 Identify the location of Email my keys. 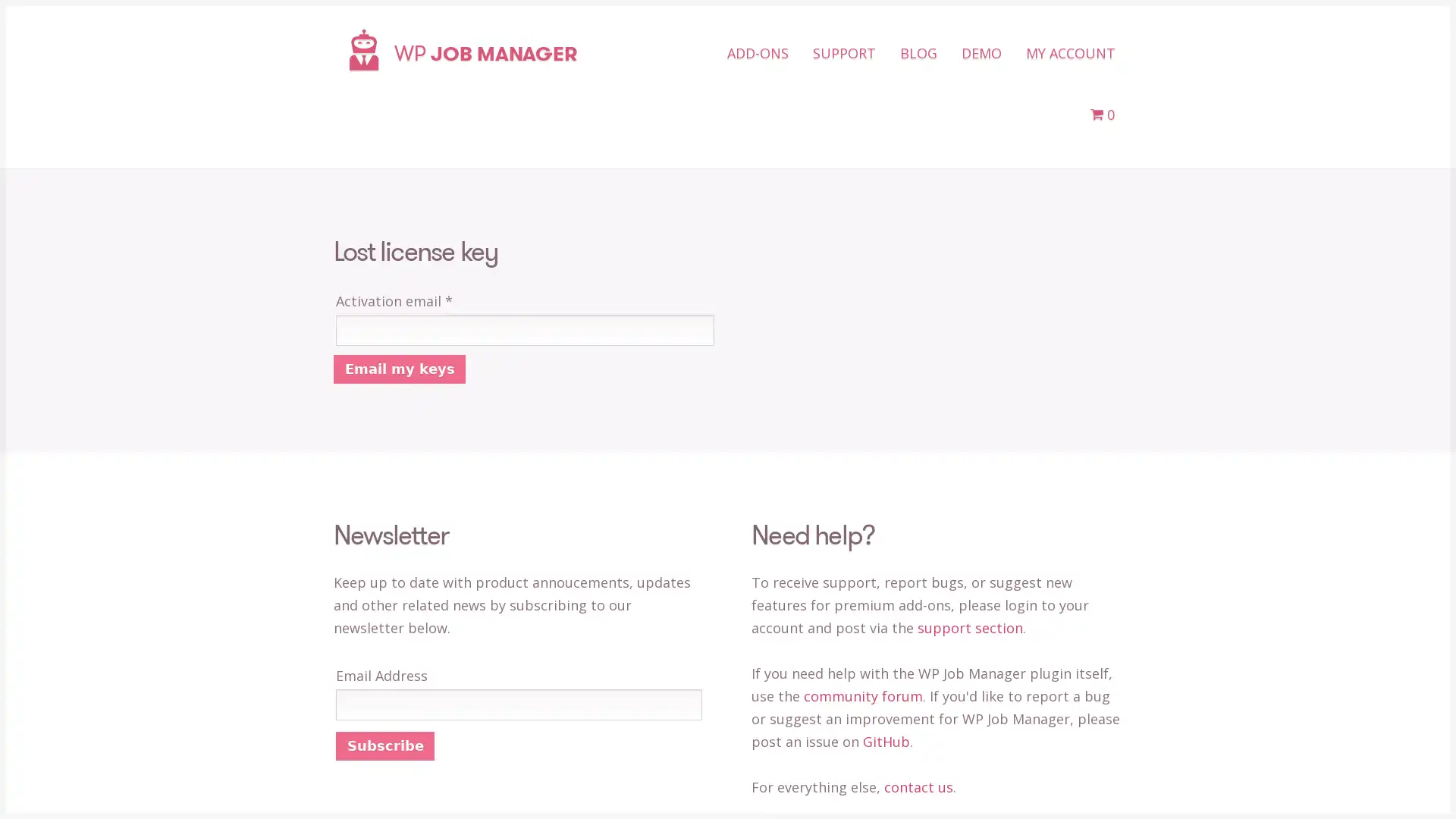
(400, 369).